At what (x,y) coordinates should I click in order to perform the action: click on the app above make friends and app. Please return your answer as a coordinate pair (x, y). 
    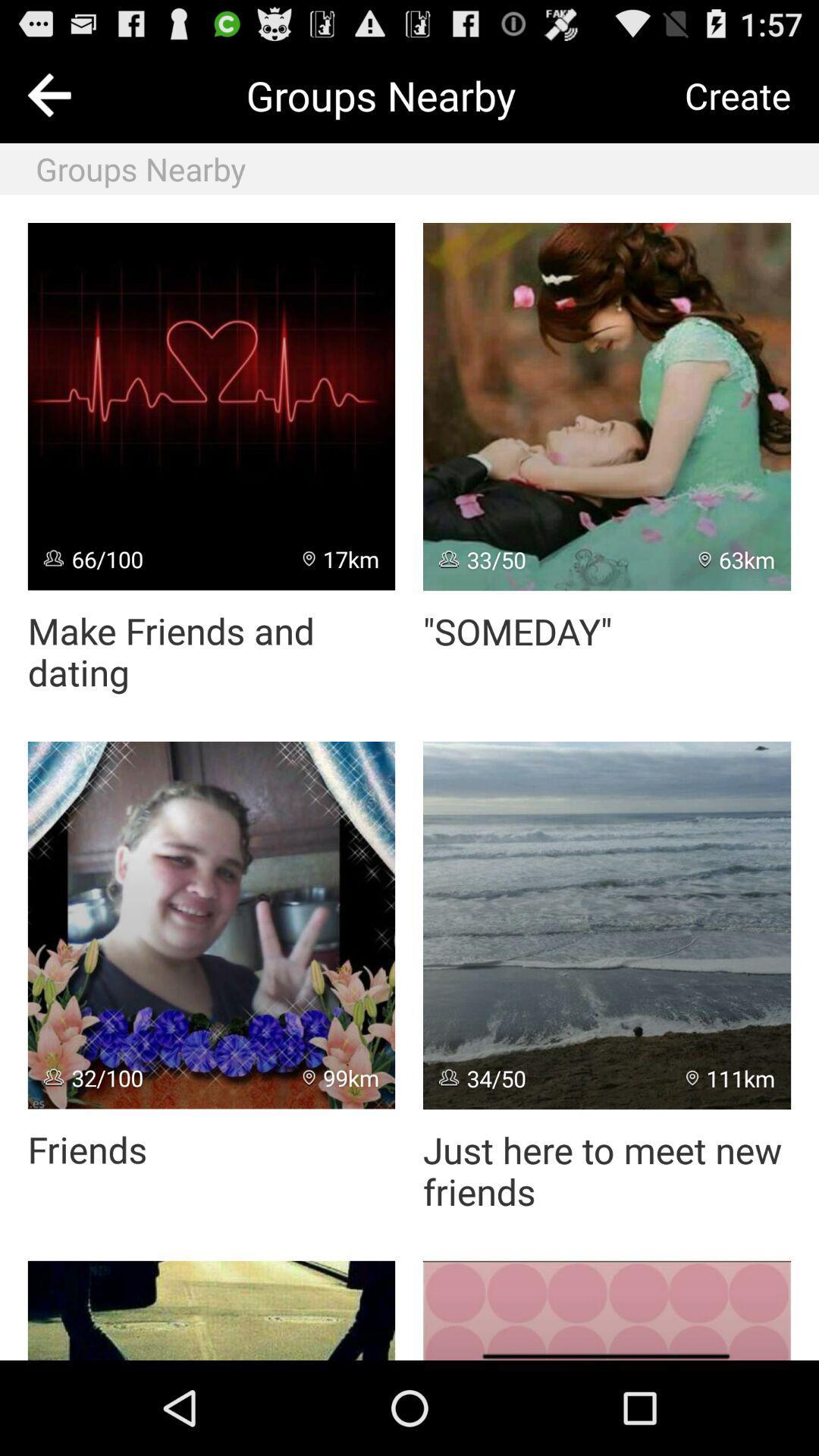
    Looking at the image, I should click on (211, 406).